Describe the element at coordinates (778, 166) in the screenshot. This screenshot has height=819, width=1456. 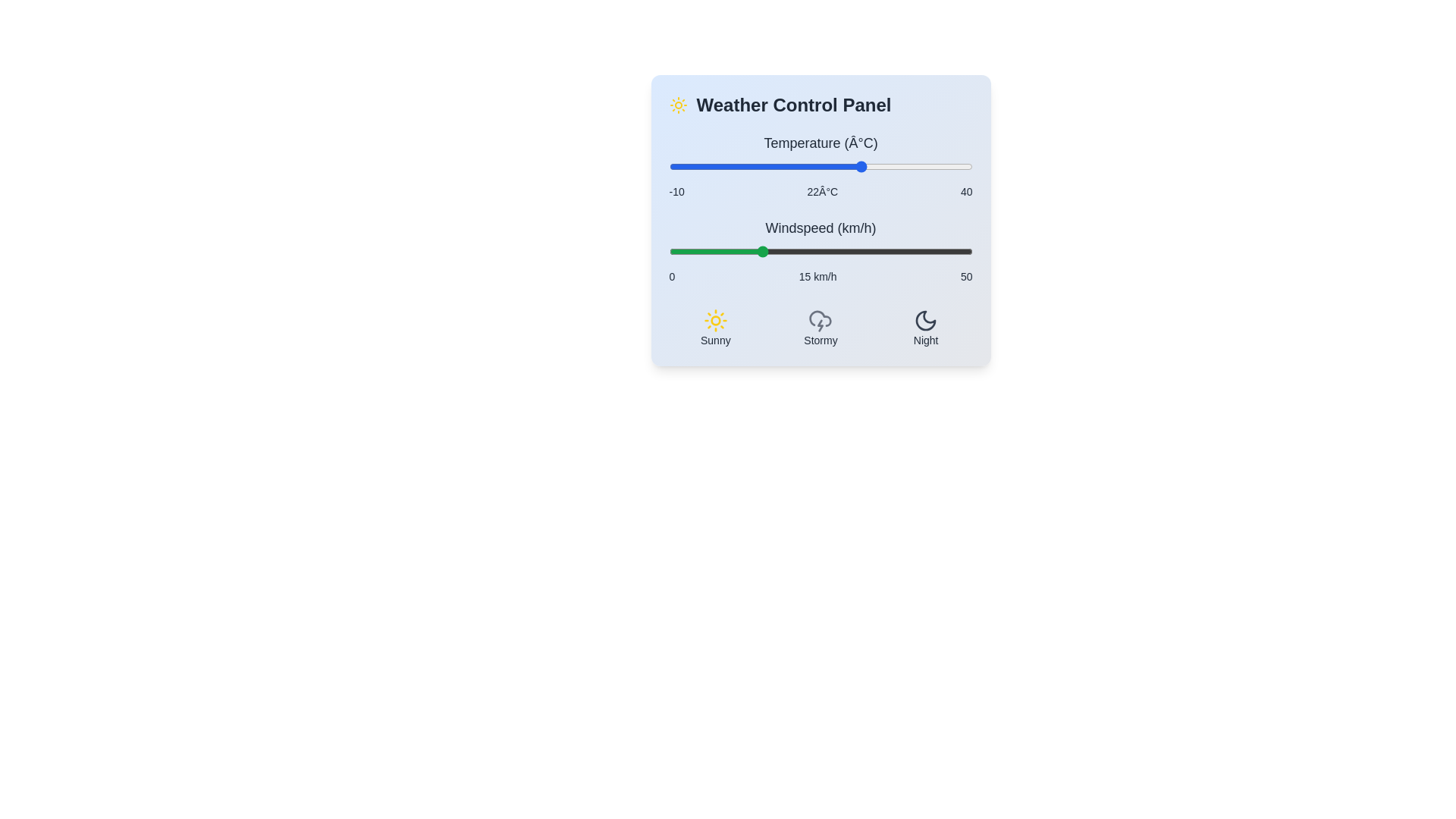
I see `the Temperature slider` at that location.